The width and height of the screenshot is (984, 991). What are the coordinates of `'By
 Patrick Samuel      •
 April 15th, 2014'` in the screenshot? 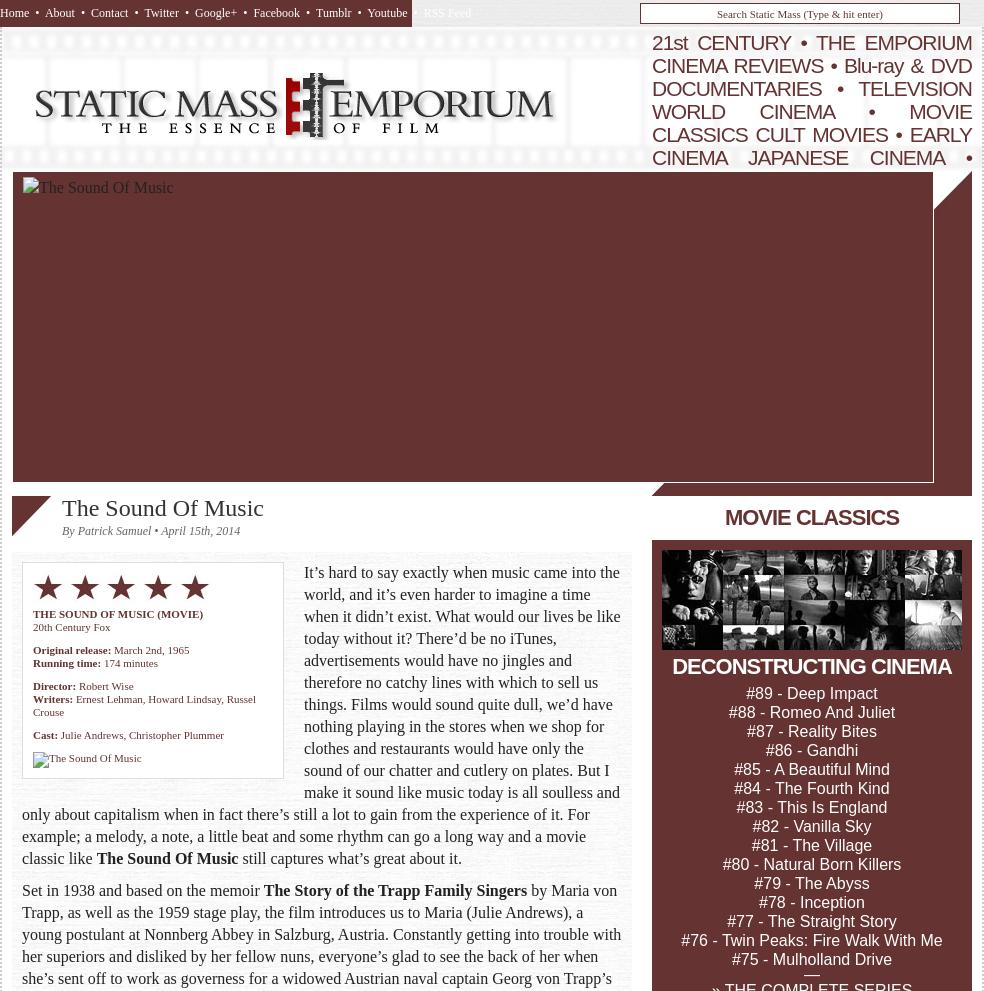 It's located at (60, 530).